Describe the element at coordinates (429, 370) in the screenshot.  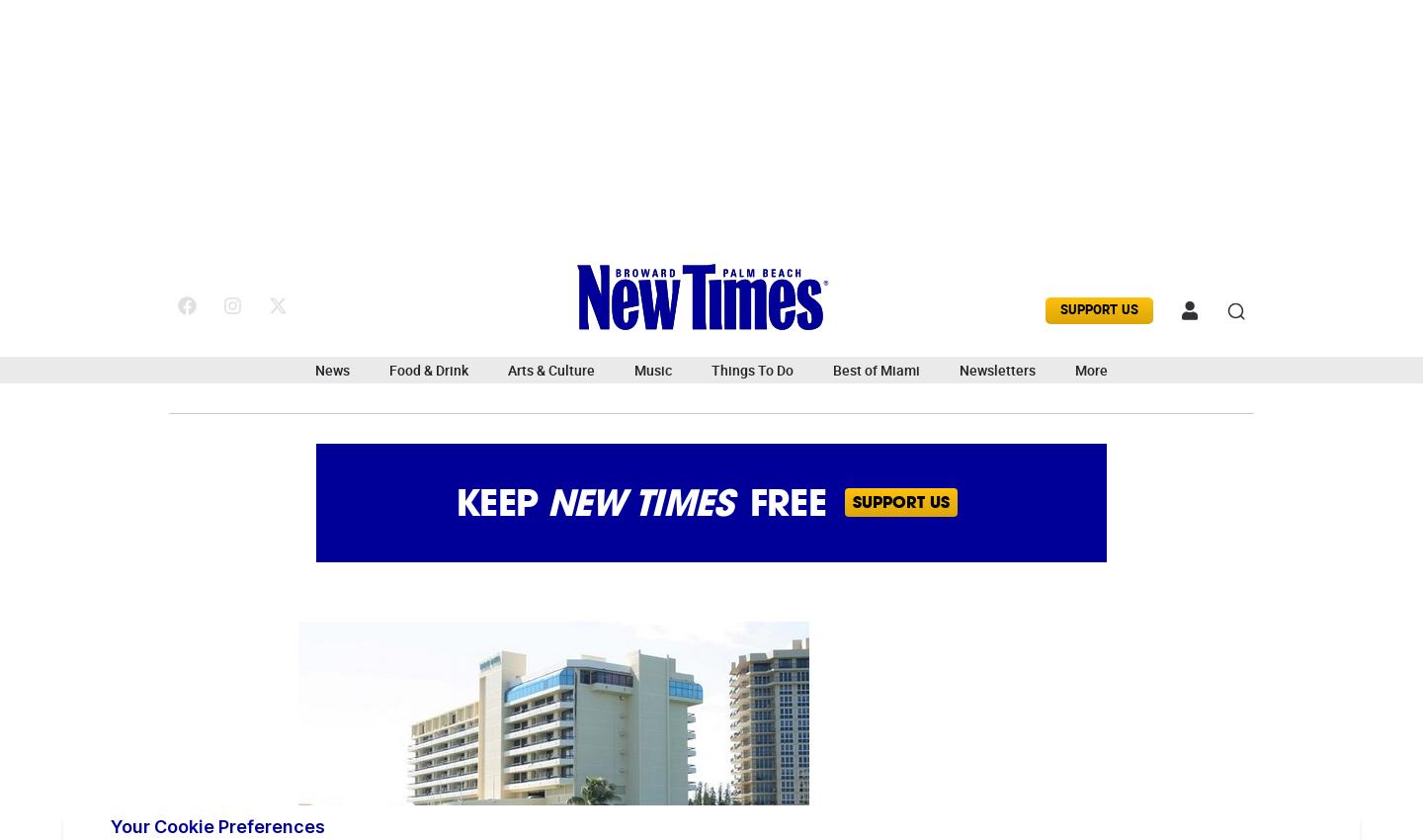
I see `'Food & Drink'` at that location.